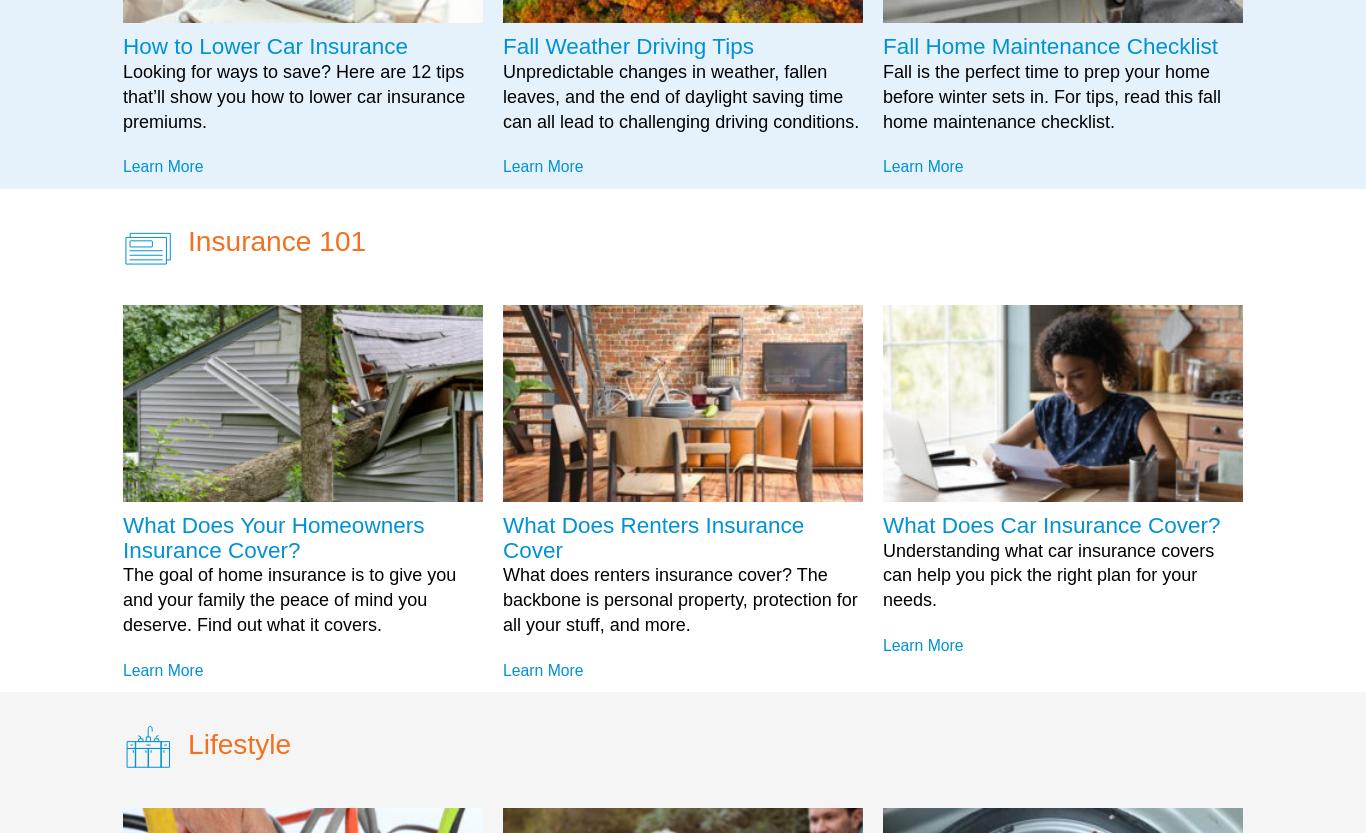 Image resolution: width=1366 pixels, height=833 pixels. What do you see at coordinates (626, 46) in the screenshot?
I see `'Fall Weather Driving Tips'` at bounding box center [626, 46].